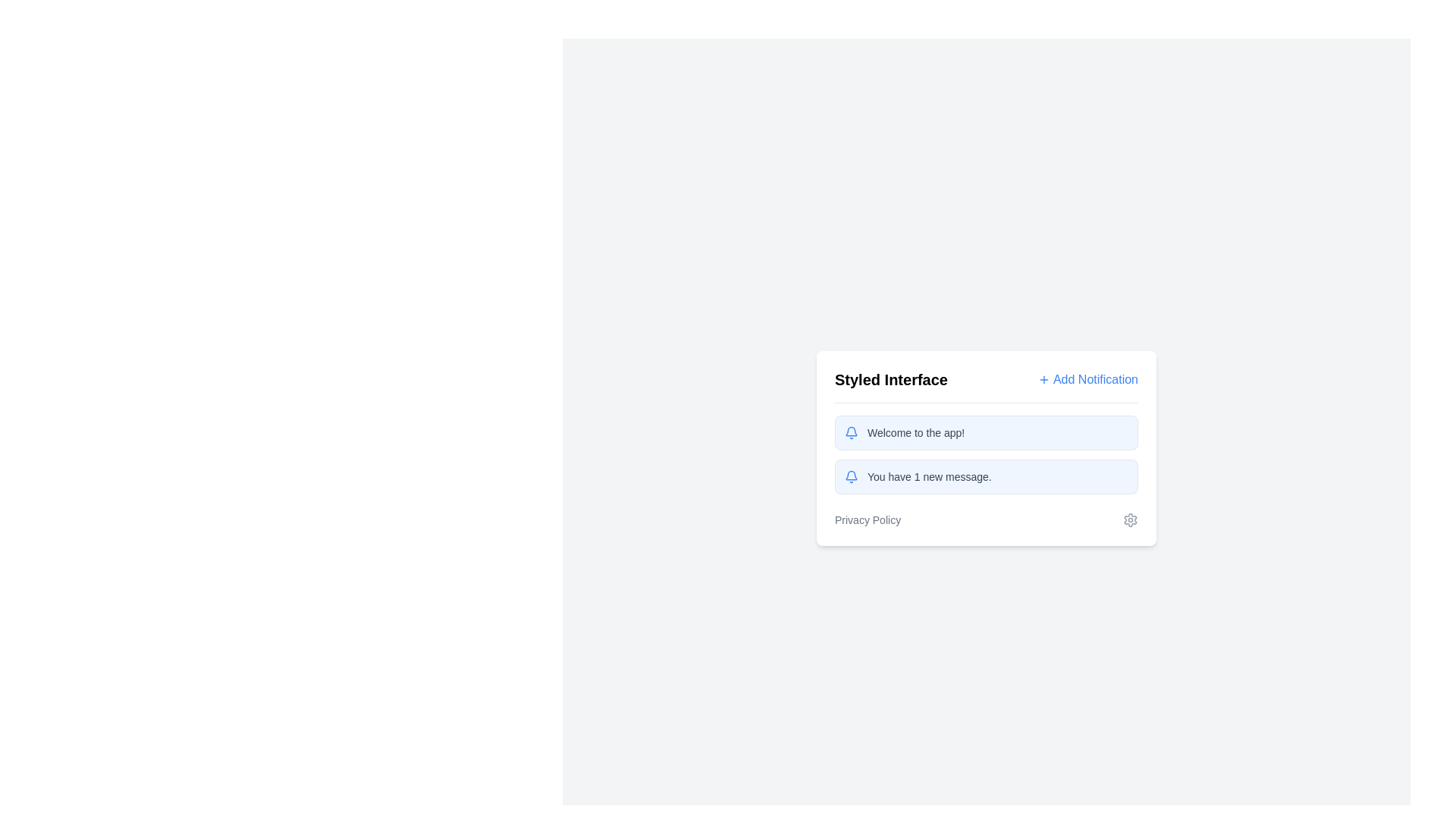 The image size is (1456, 819). Describe the element at coordinates (1043, 378) in the screenshot. I see `the 'Add Notification' icon located to the left of the text for tooltip or visual feedback` at that location.